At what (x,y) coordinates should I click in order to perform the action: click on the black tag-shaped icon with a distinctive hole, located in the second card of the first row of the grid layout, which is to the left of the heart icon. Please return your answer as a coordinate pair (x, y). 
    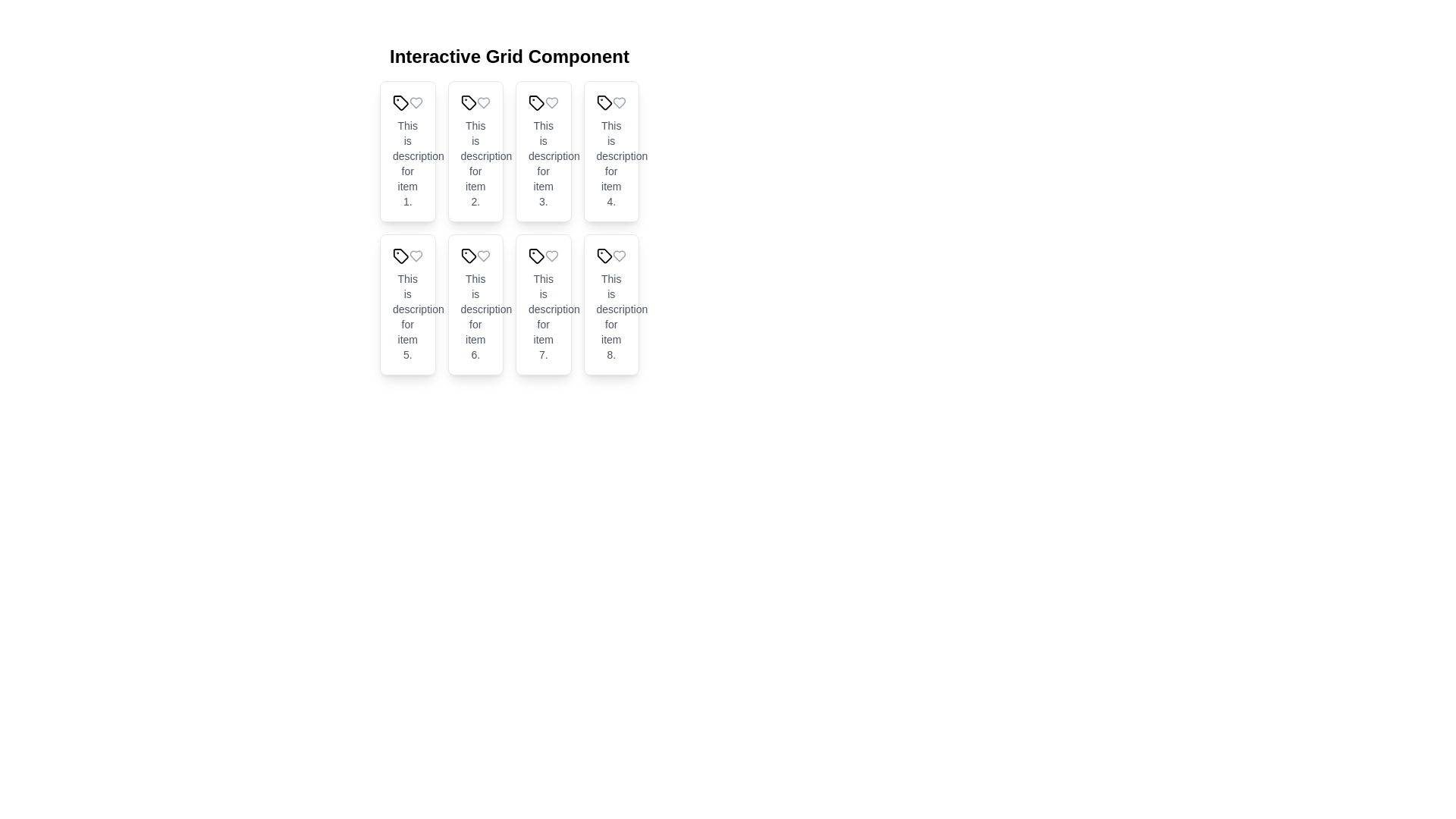
    Looking at the image, I should click on (468, 102).